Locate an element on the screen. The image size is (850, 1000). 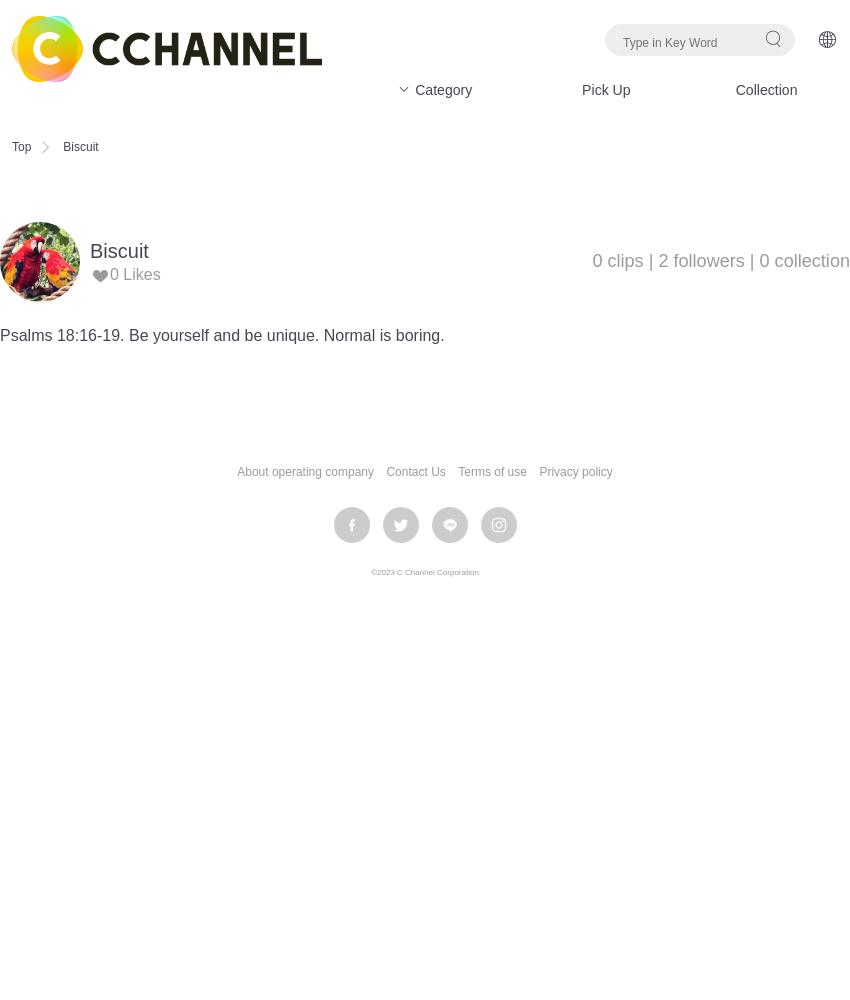
'Category' is located at coordinates (410, 89).